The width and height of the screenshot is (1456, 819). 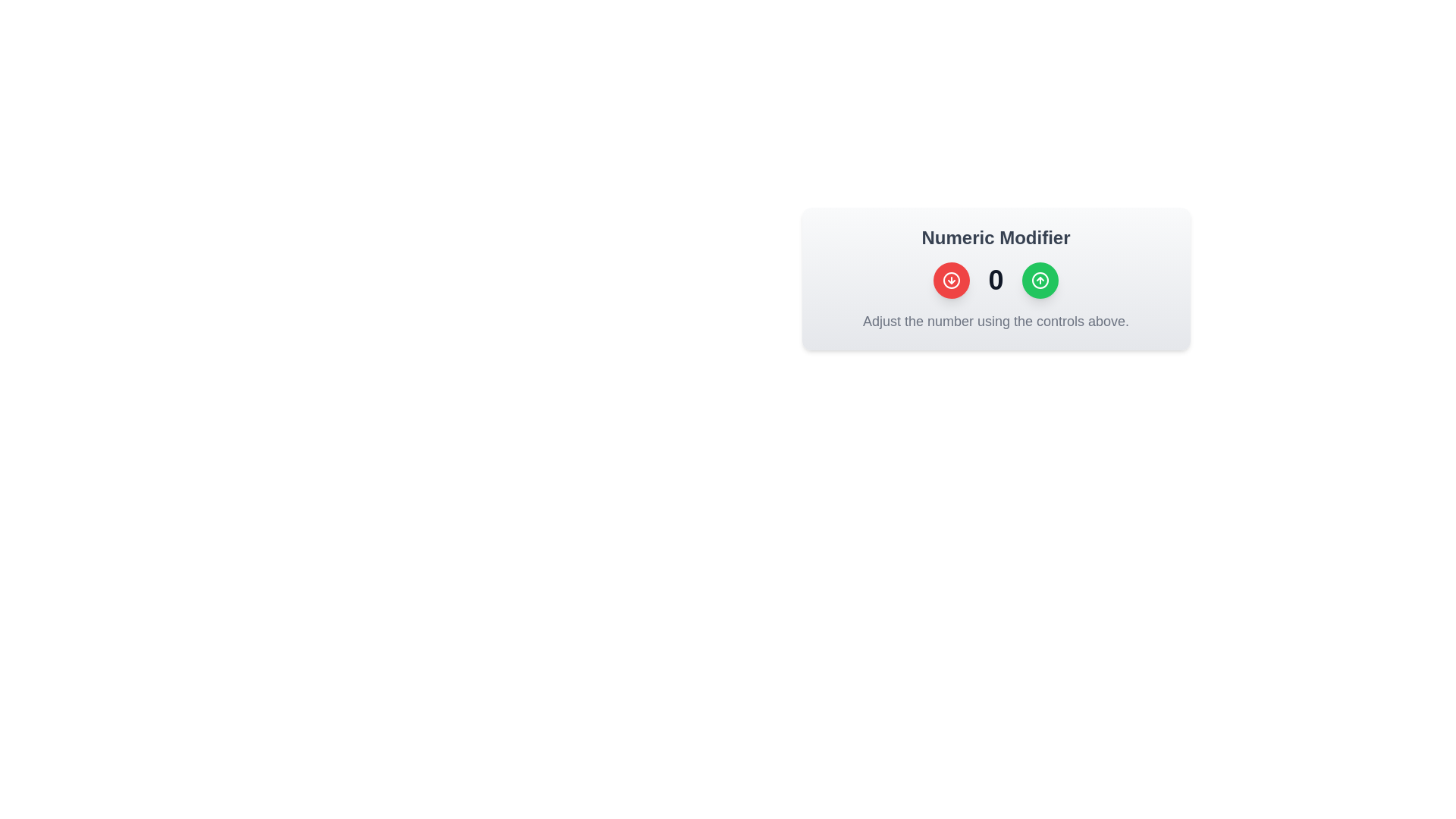 What do you see at coordinates (1039, 281) in the screenshot?
I see `the circular green button with a white upward arrow icon` at bounding box center [1039, 281].